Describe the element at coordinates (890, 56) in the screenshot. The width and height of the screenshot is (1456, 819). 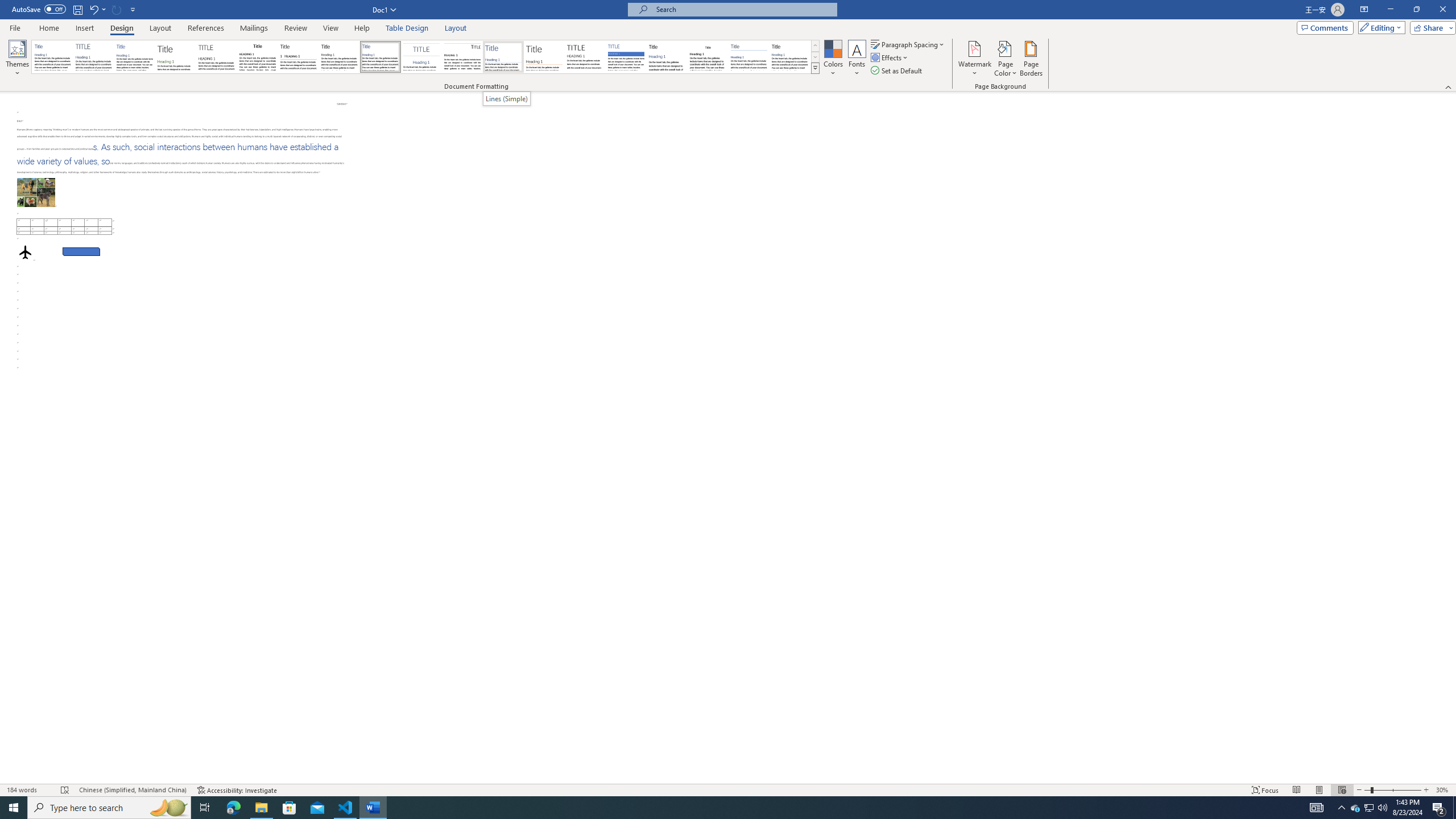
I see `'Effects'` at that location.